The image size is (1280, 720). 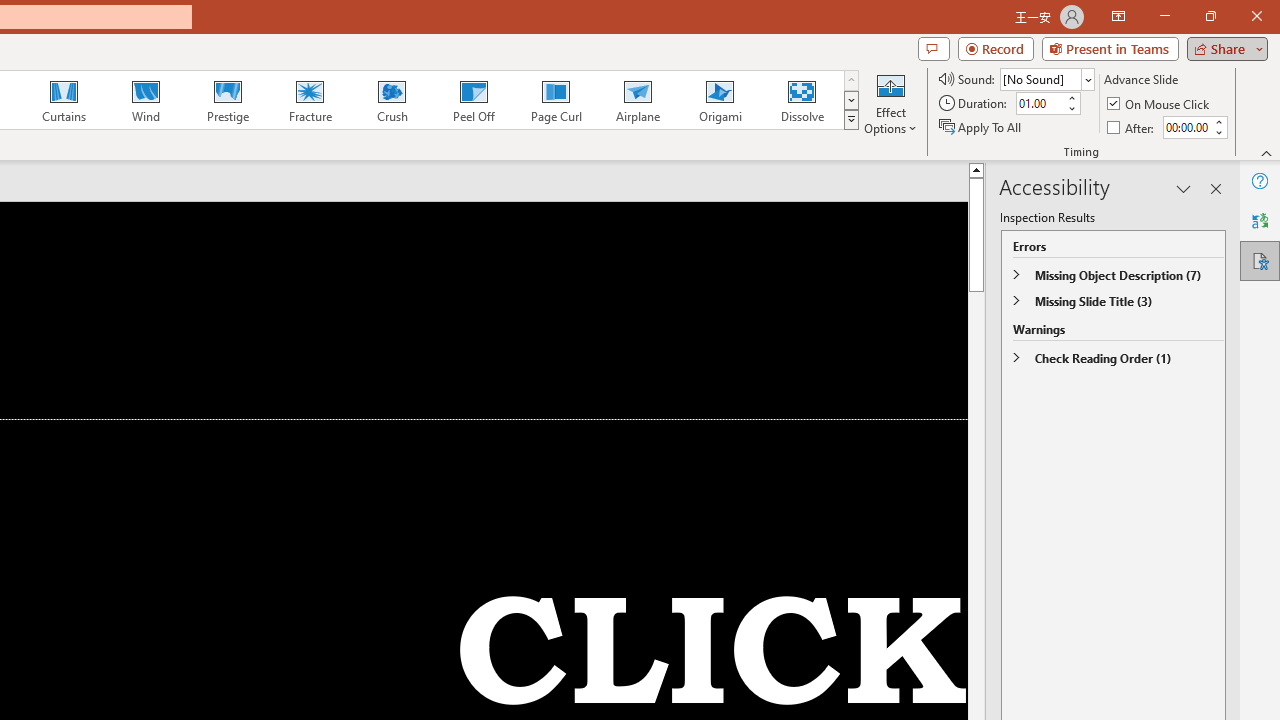 What do you see at coordinates (851, 100) in the screenshot?
I see `'Row Down'` at bounding box center [851, 100].